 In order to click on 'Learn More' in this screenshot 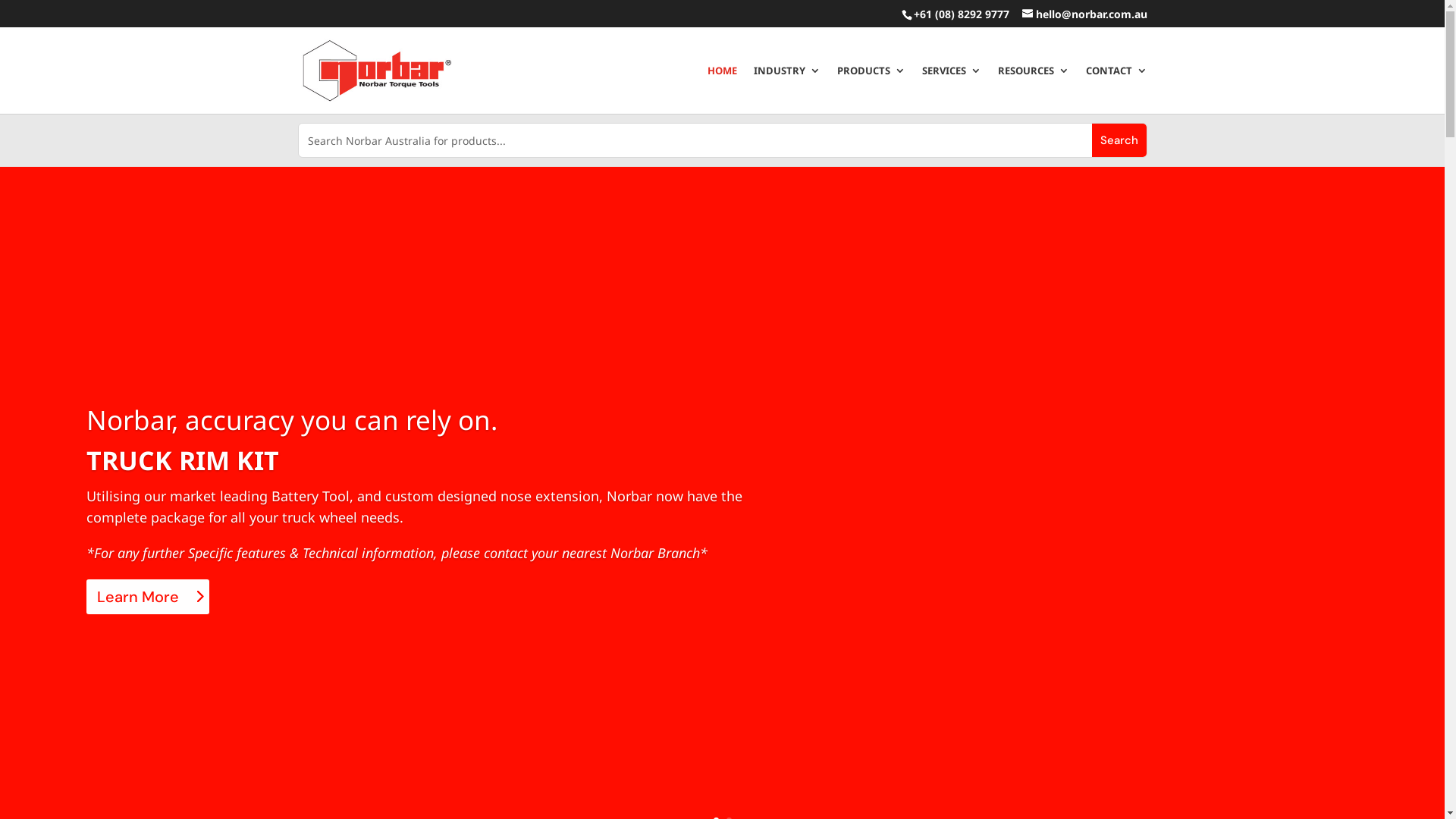, I will do `click(148, 595)`.